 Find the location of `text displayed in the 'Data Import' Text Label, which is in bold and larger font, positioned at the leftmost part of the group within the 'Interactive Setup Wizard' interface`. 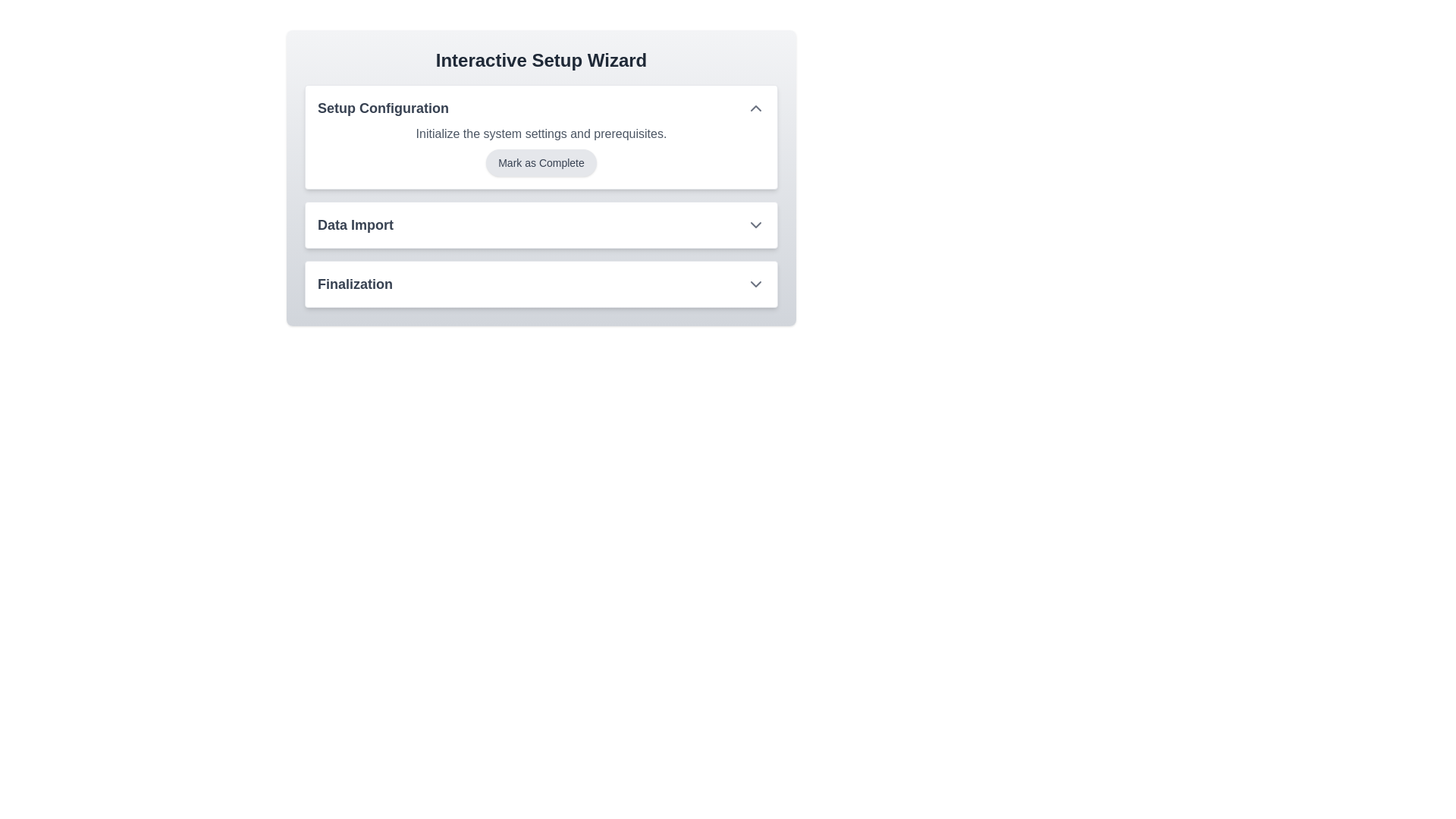

text displayed in the 'Data Import' Text Label, which is in bold and larger font, positioned at the leftmost part of the group within the 'Interactive Setup Wizard' interface is located at coordinates (355, 225).